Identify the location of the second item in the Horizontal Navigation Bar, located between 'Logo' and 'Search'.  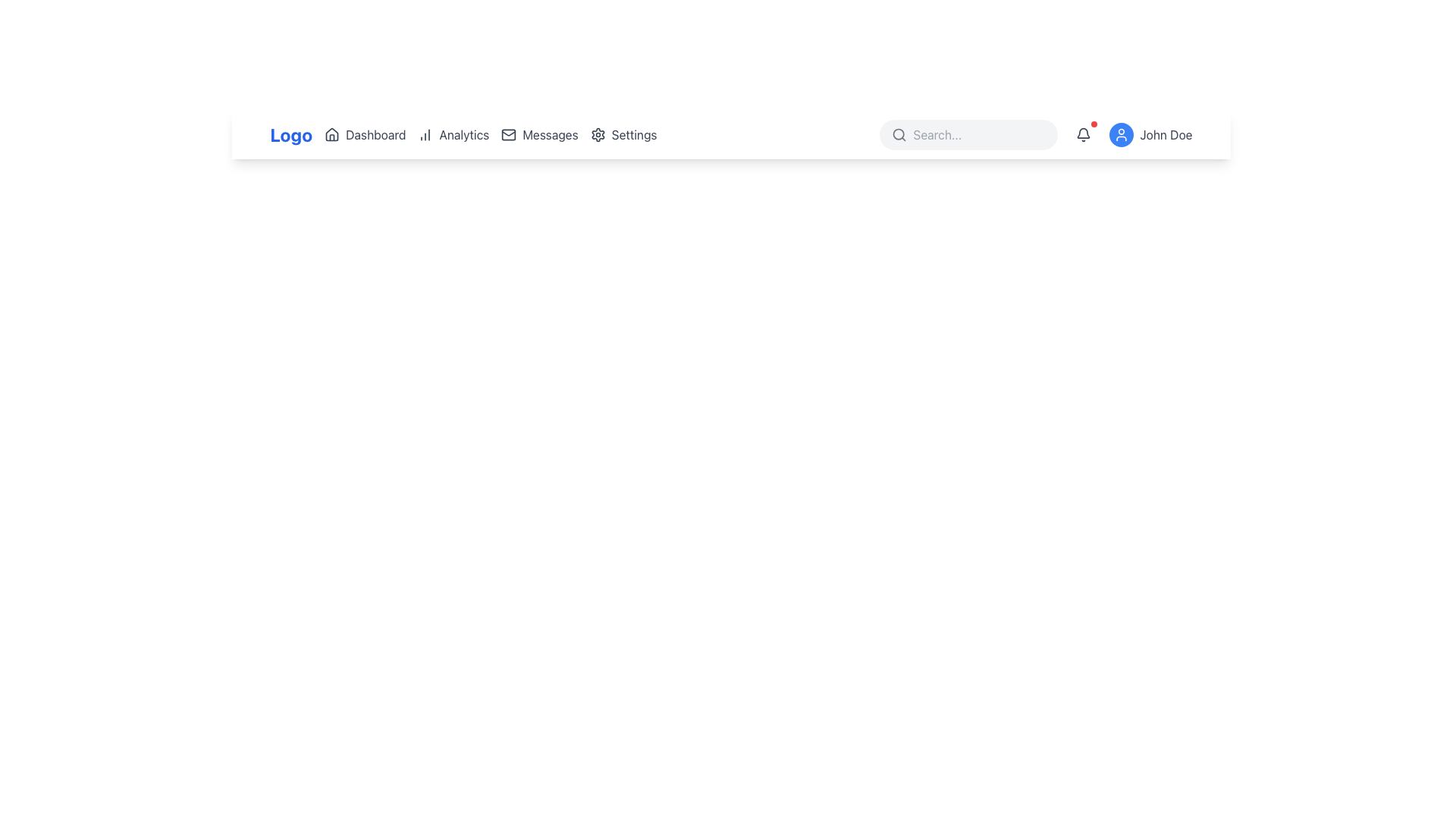
(491, 133).